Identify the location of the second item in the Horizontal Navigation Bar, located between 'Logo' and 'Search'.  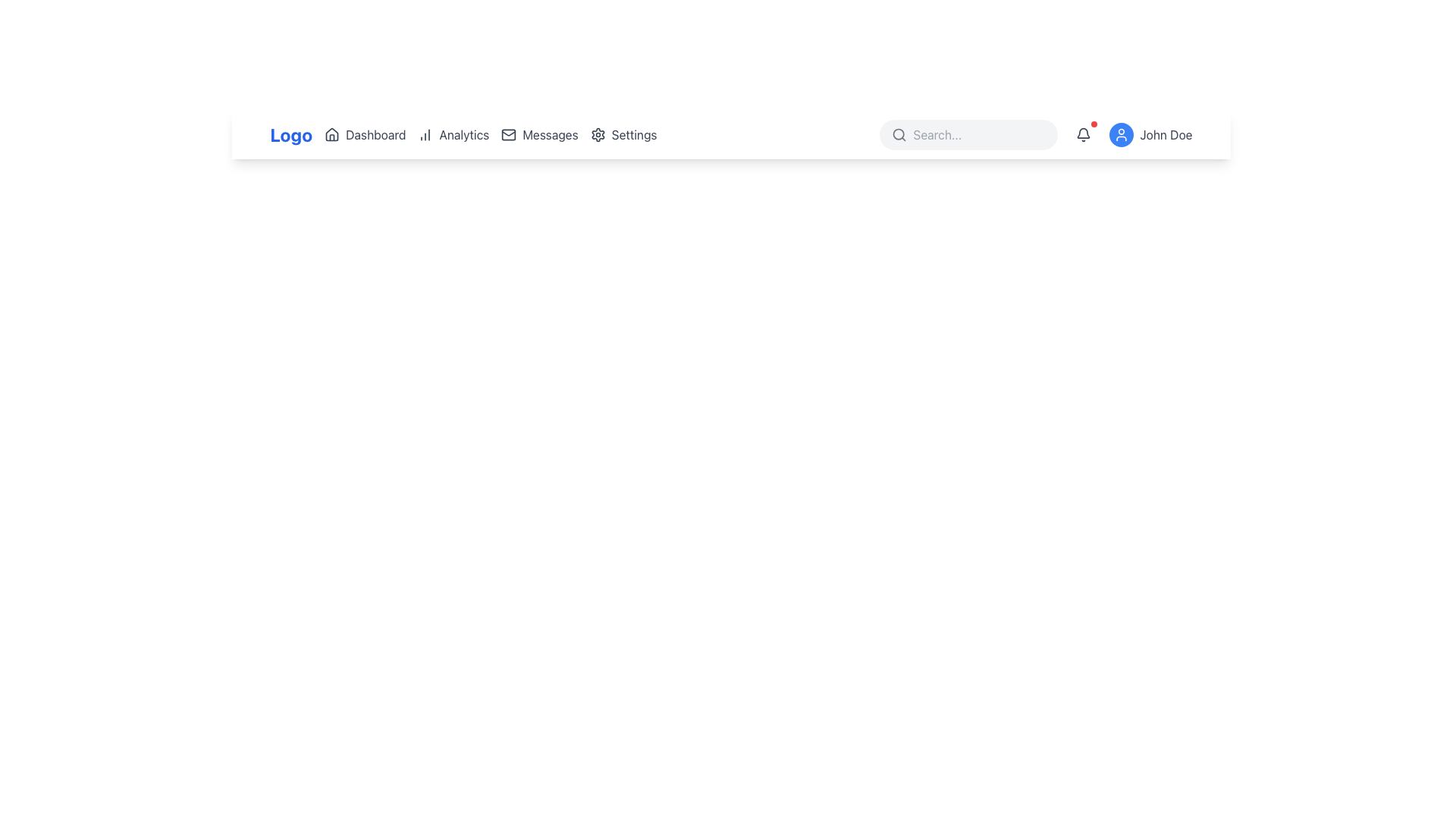
(491, 133).